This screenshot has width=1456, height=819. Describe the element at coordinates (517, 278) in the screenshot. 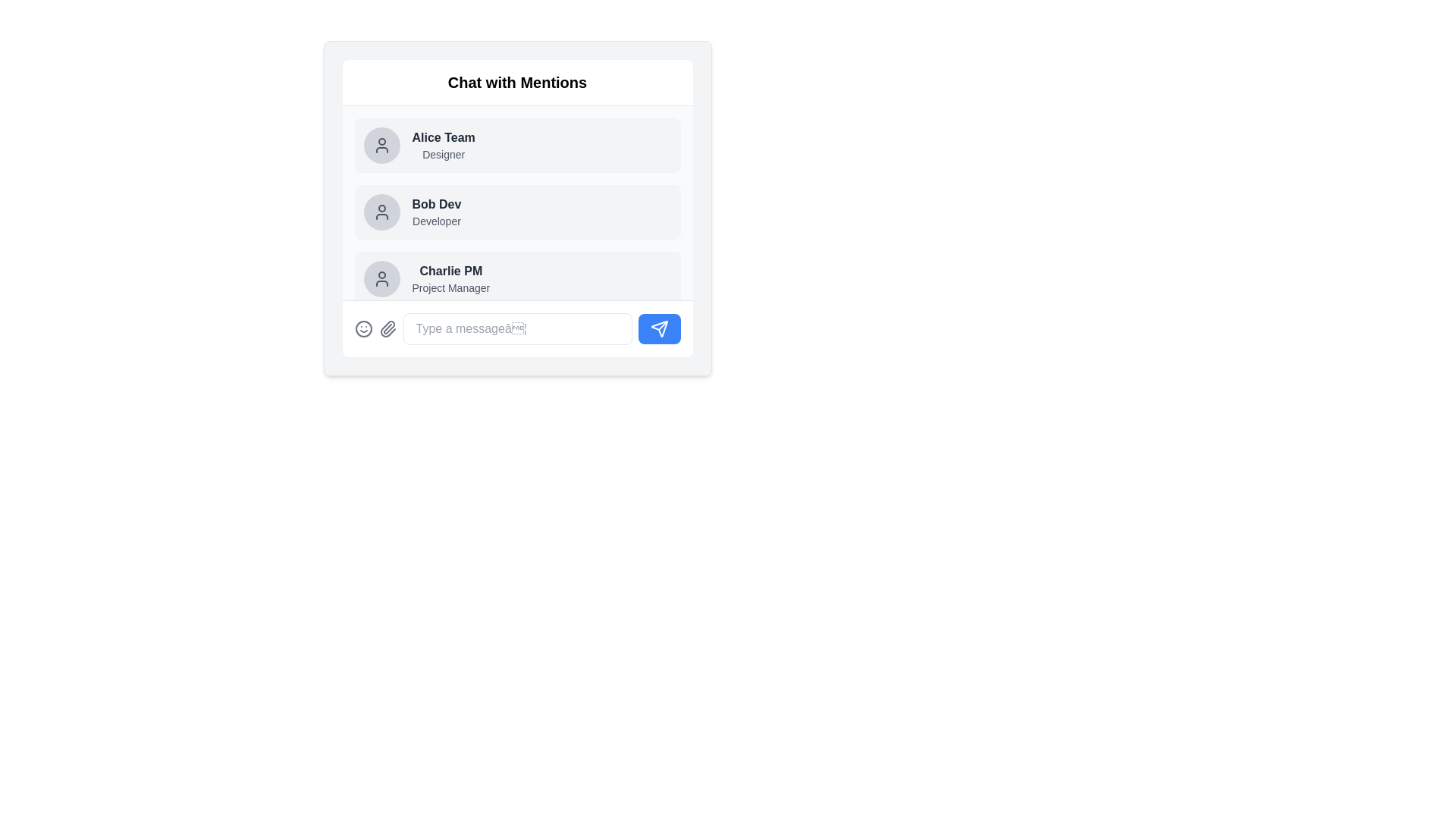

I see `details of the list item with the avatar of a rounded gray icon followed by the text 'Charlie PM' in bold and 'Project Manager' in smaller font, which is the third item in the vertical list of team members` at that location.